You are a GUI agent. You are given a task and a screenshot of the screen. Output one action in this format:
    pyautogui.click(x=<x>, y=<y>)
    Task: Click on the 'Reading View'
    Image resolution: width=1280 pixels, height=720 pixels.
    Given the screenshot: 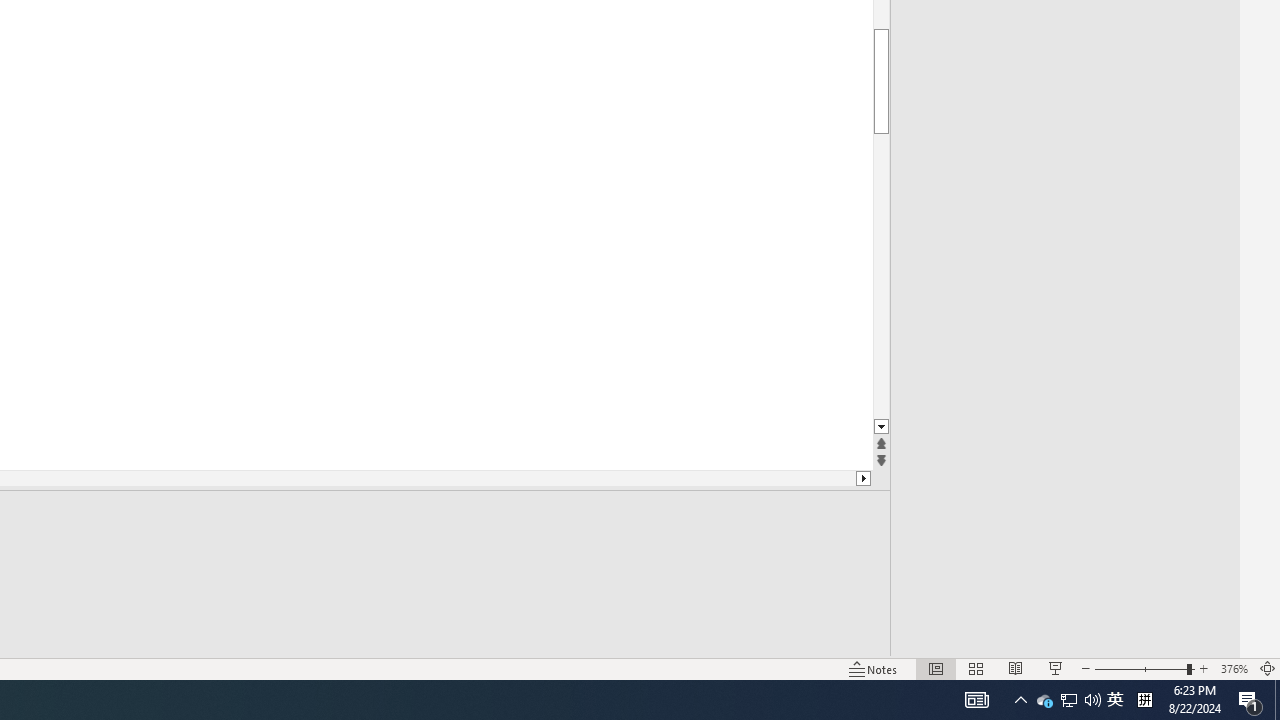 What is the action you would take?
    pyautogui.click(x=1015, y=669)
    